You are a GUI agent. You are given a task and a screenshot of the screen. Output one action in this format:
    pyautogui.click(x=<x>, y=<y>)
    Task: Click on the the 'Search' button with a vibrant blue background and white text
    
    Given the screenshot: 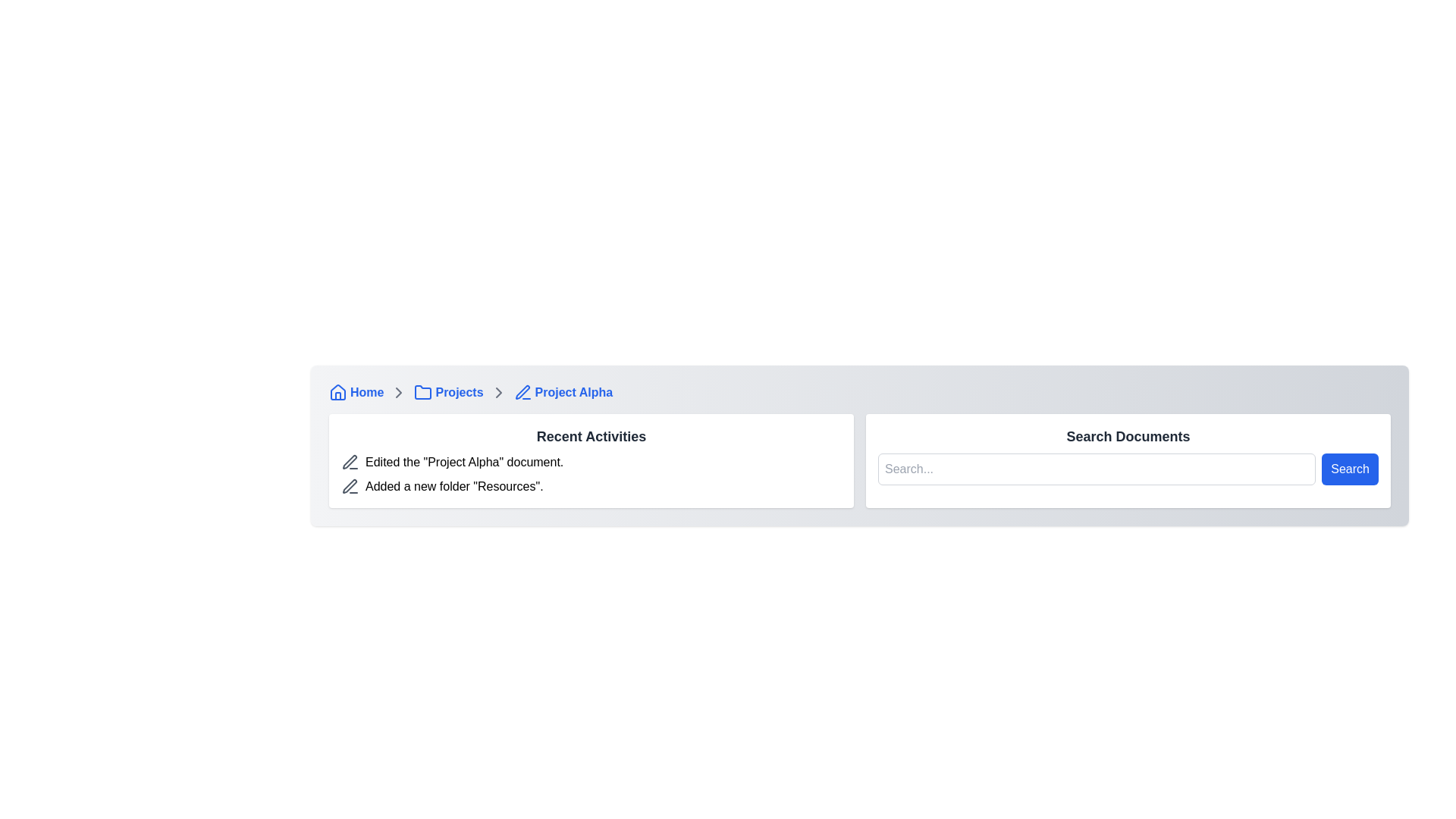 What is the action you would take?
    pyautogui.click(x=1350, y=468)
    